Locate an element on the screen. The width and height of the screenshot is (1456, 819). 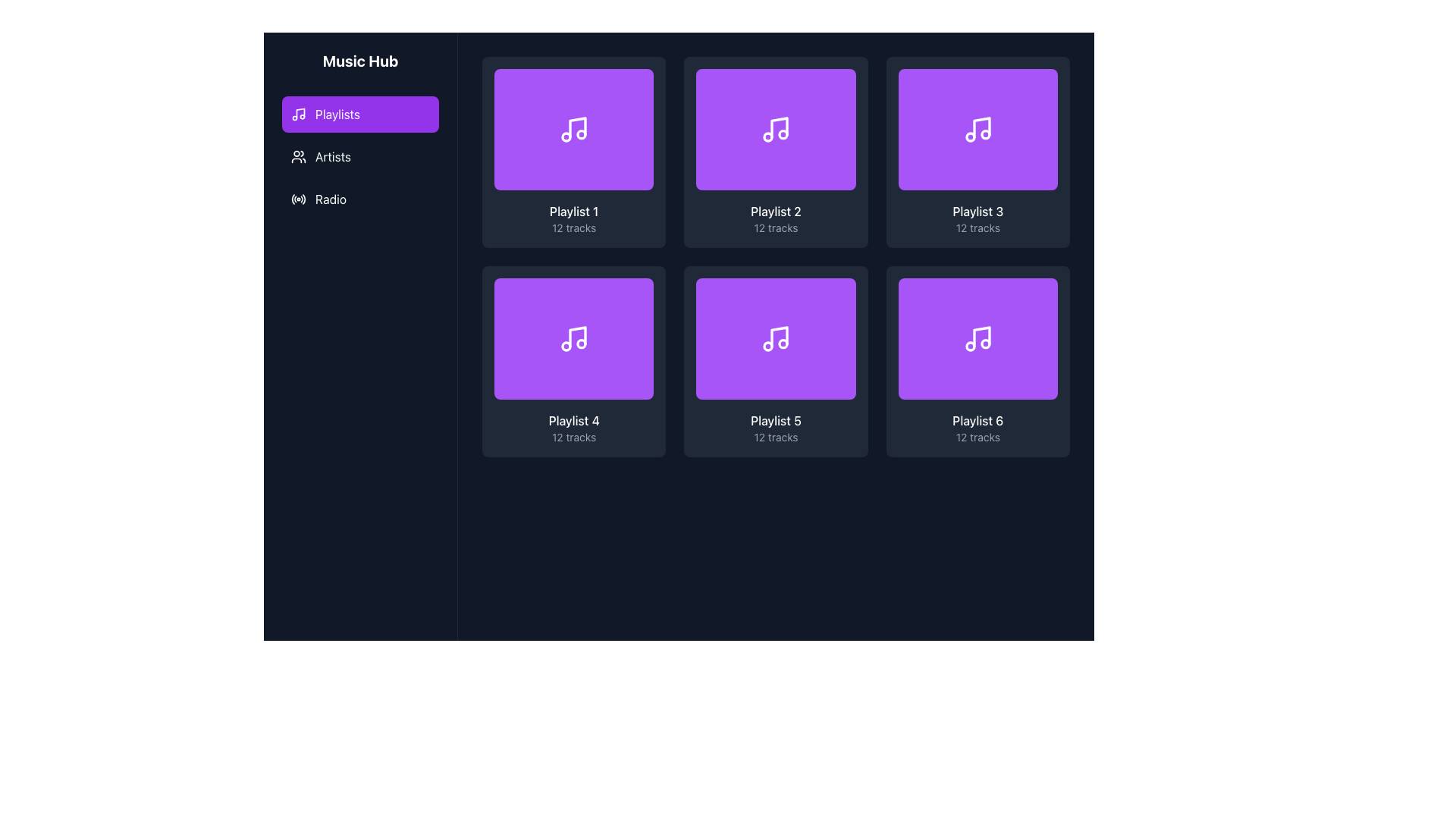
the navigational button located in the vertical sidebar under the 'Music Hub' header is located at coordinates (359, 133).